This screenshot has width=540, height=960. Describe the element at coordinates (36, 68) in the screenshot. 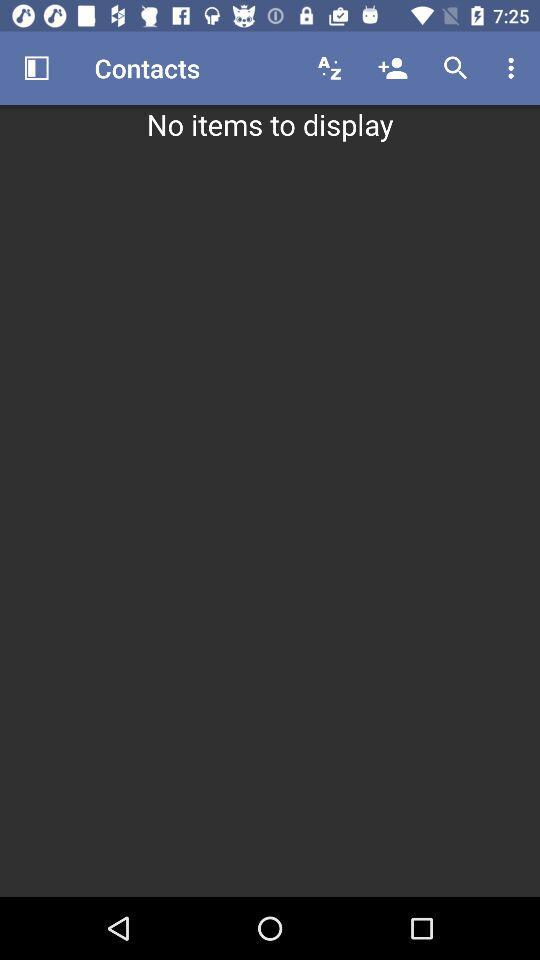

I see `the item above the no items to icon` at that location.